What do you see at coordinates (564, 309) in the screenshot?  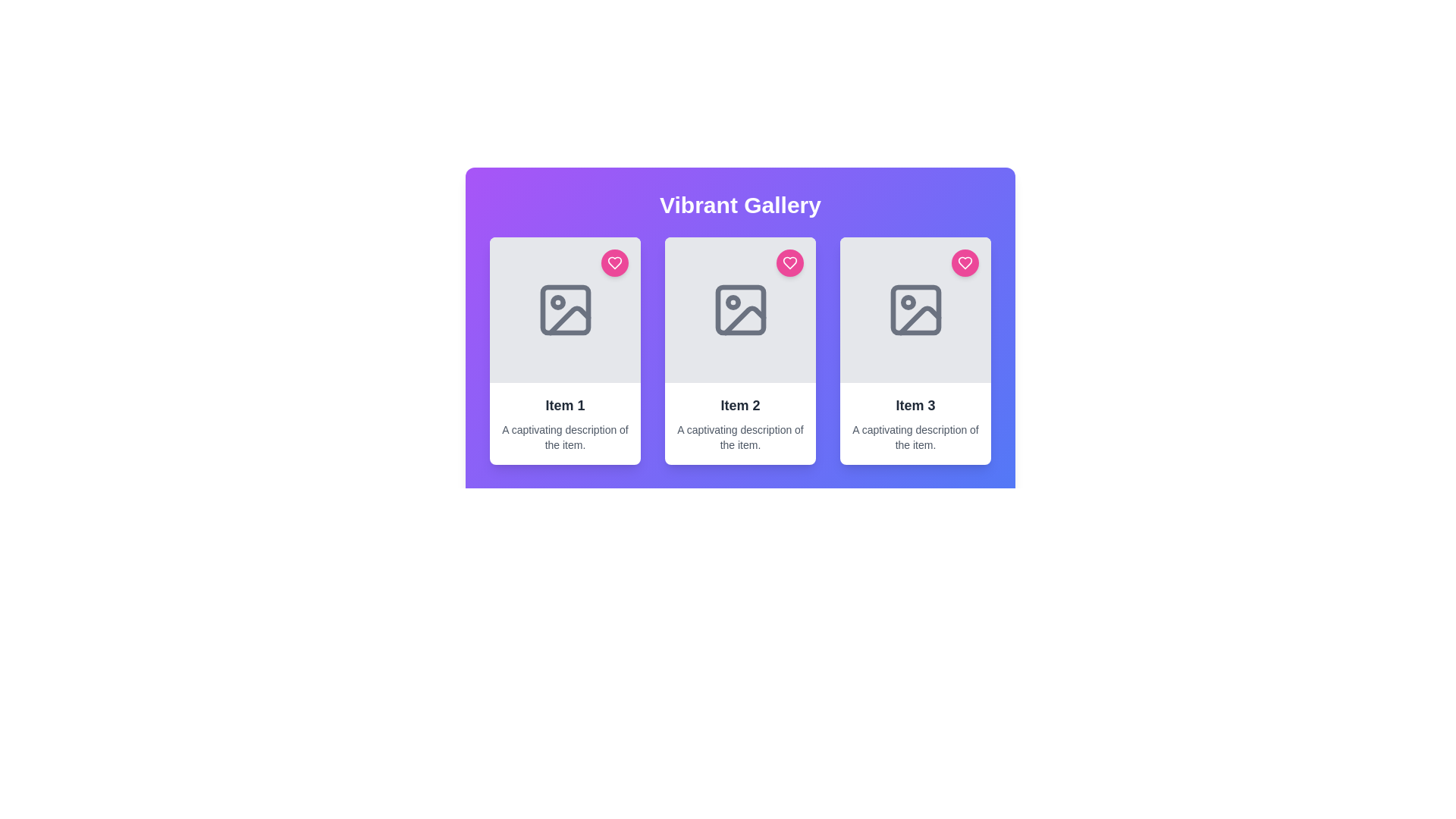 I see `the small rectangular shape with rounded corners that serves as the icon background in the top-left of the 'Item 1' card in the 'Vibrant Gallery' interface` at bounding box center [564, 309].